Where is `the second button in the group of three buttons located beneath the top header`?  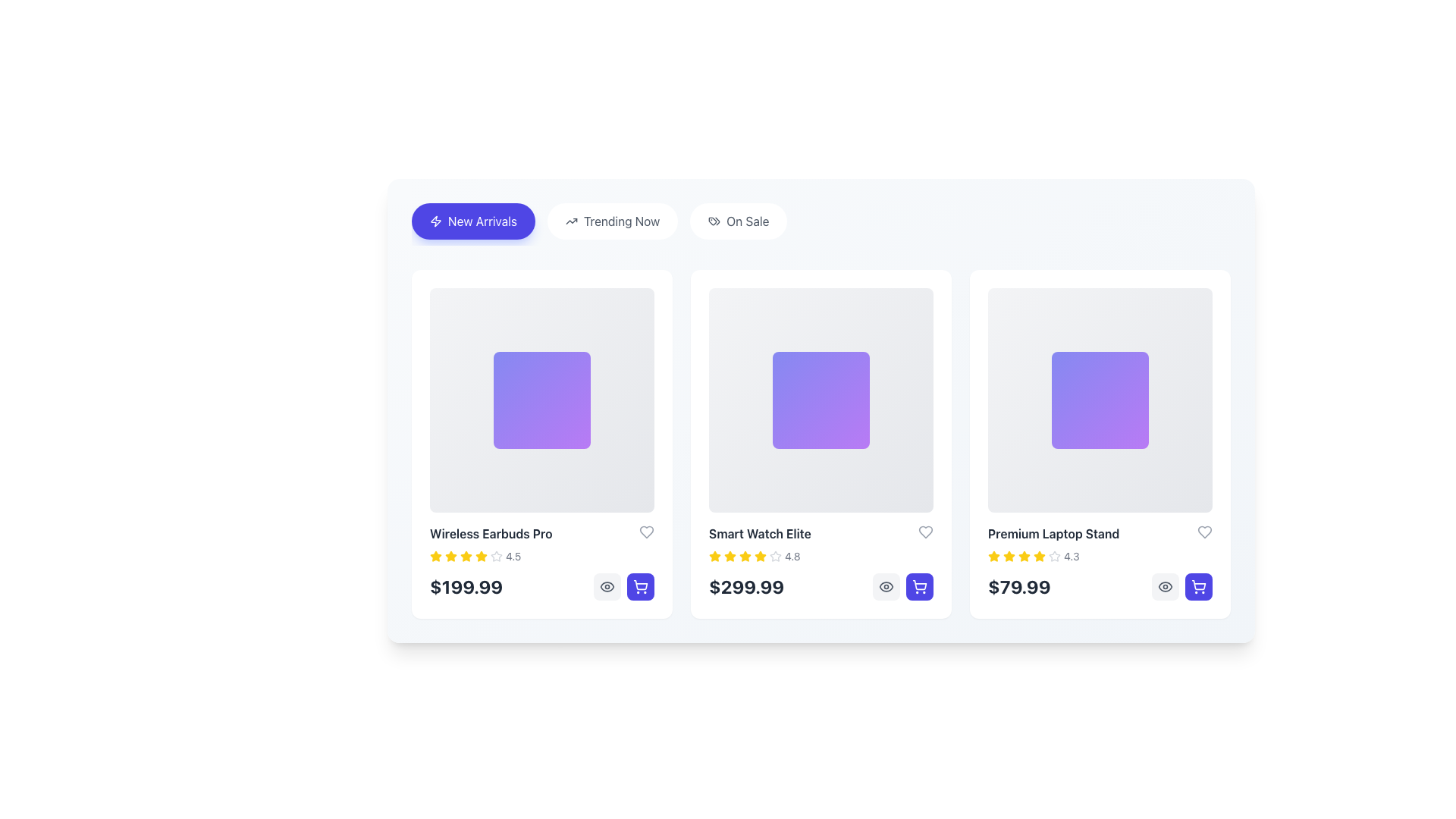 the second button in the group of three buttons located beneath the top header is located at coordinates (612, 221).